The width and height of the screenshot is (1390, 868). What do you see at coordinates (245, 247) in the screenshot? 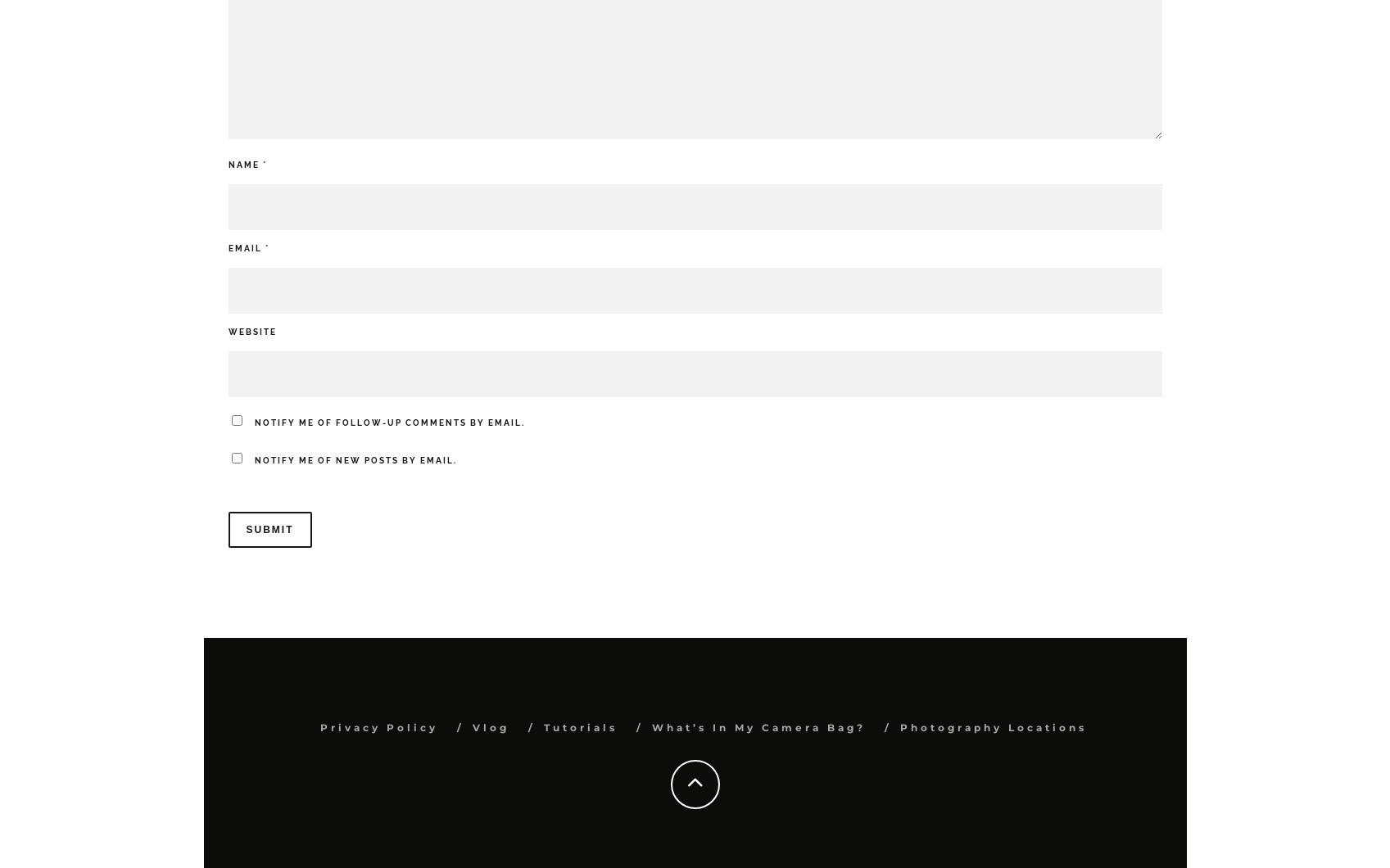
I see `'Email'` at bounding box center [245, 247].